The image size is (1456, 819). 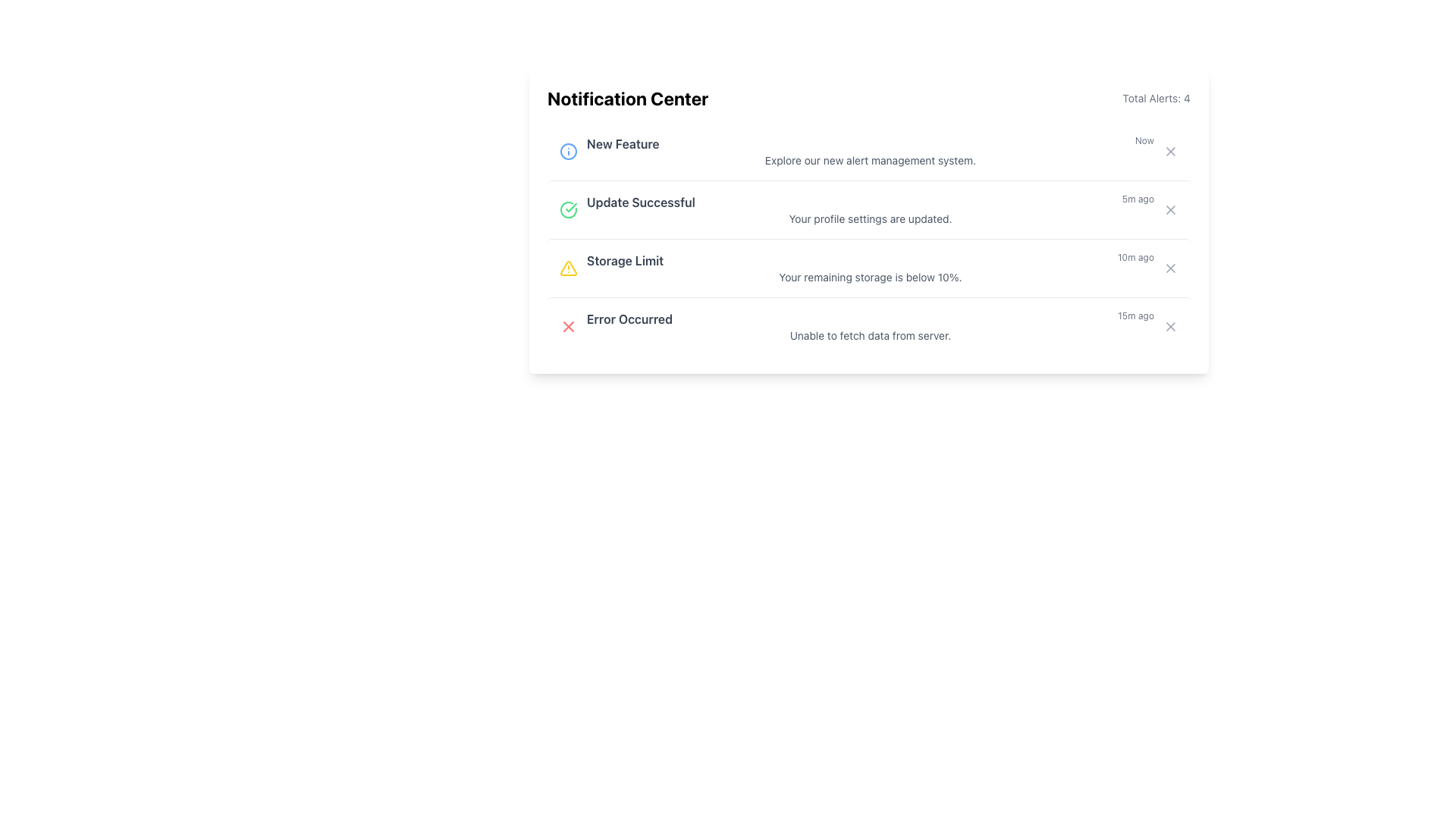 What do you see at coordinates (1170, 210) in the screenshot?
I see `the dismiss button located to the far right of the notification message labeled 'Update Successful', adjacent to the timestamp '5m ago'` at bounding box center [1170, 210].